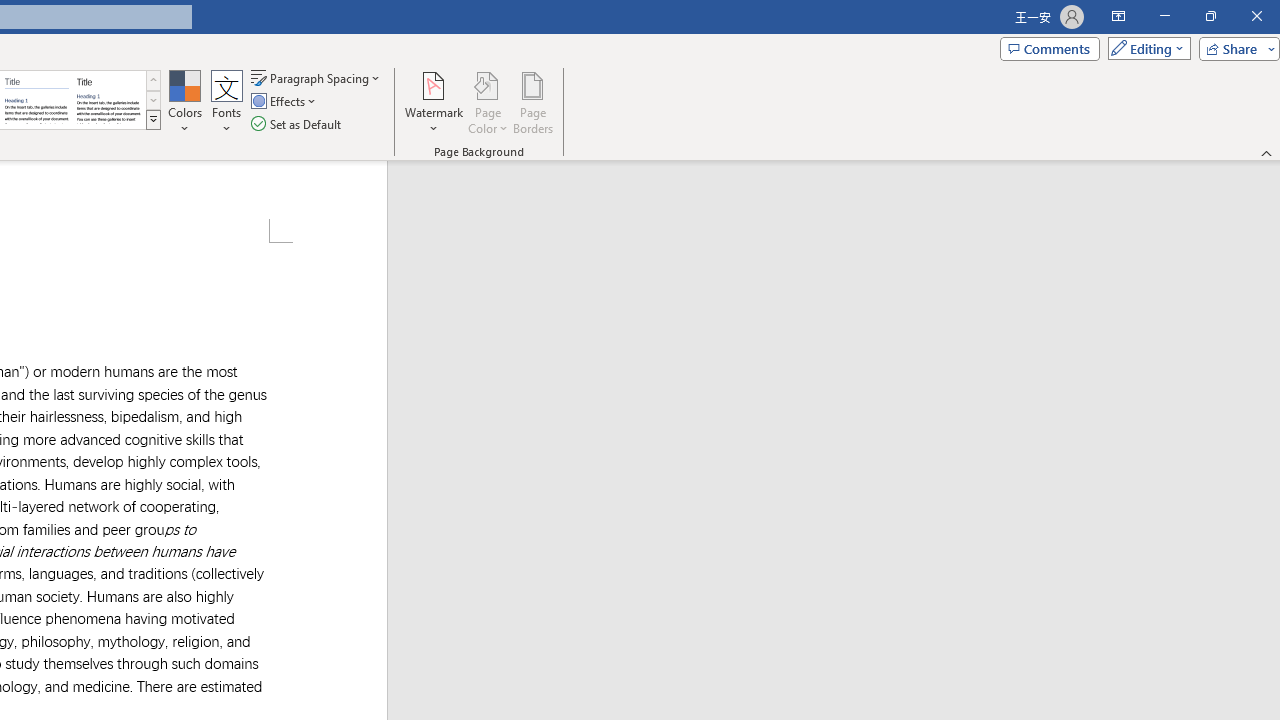 This screenshot has width=1280, height=720. Describe the element at coordinates (284, 101) in the screenshot. I see `'Effects'` at that location.